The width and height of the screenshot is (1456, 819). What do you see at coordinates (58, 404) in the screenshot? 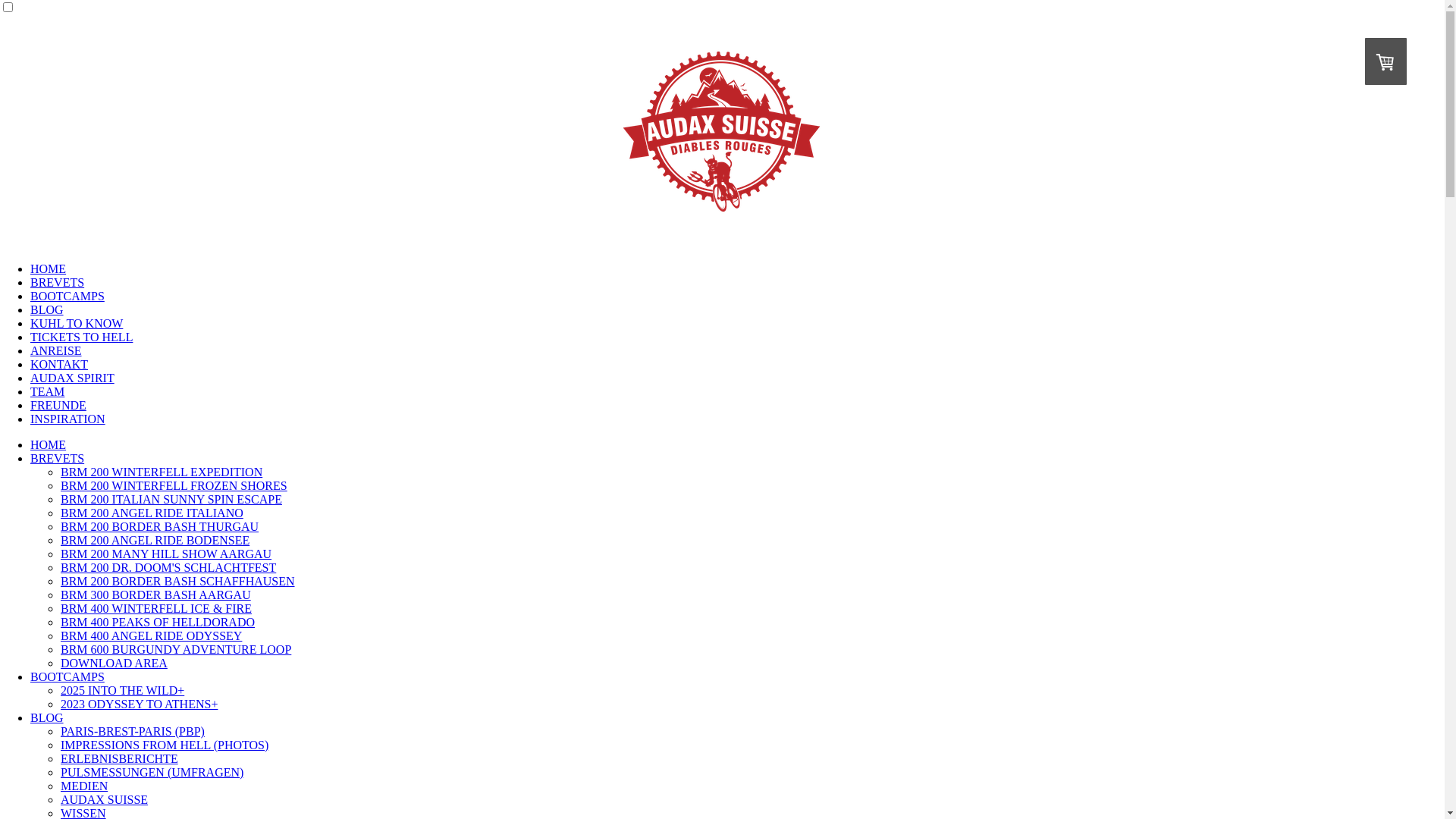
I see `'FREUNDE'` at bounding box center [58, 404].